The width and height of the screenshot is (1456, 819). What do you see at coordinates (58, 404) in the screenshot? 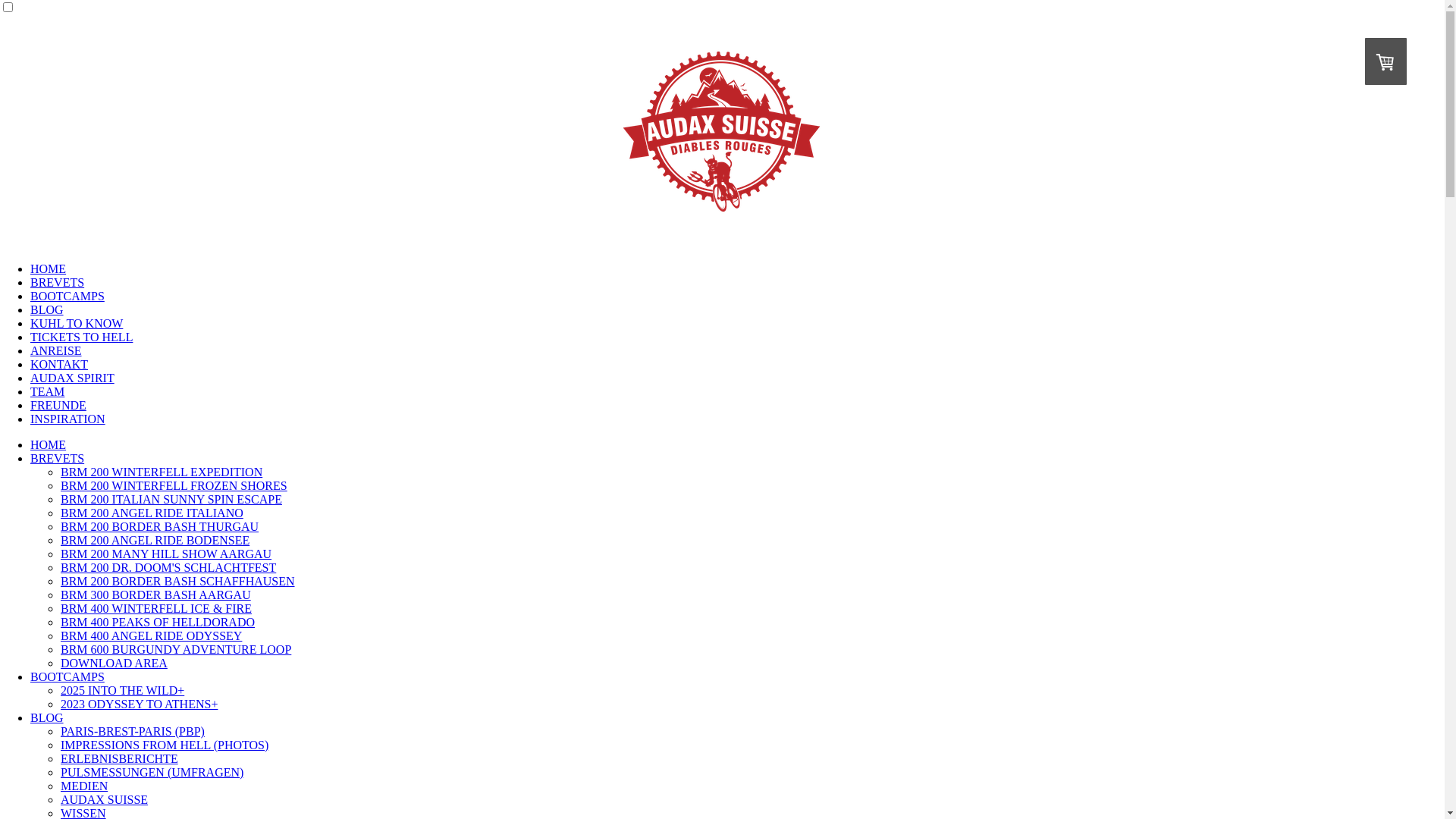
I see `'FREUNDE'` at bounding box center [58, 404].